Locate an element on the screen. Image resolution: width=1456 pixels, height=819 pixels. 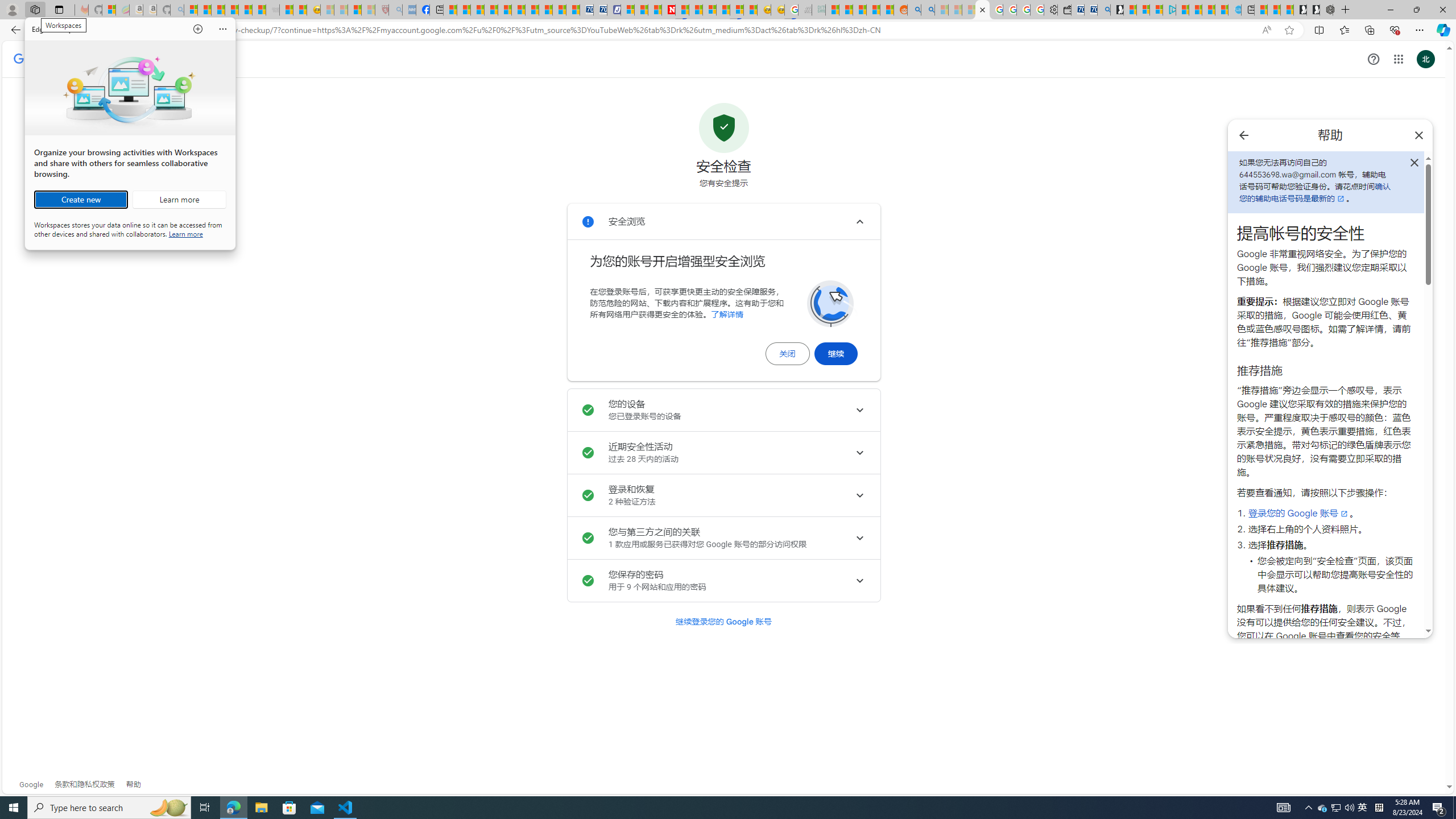
'Visual Studio Code - 1 running window' is located at coordinates (345, 806).